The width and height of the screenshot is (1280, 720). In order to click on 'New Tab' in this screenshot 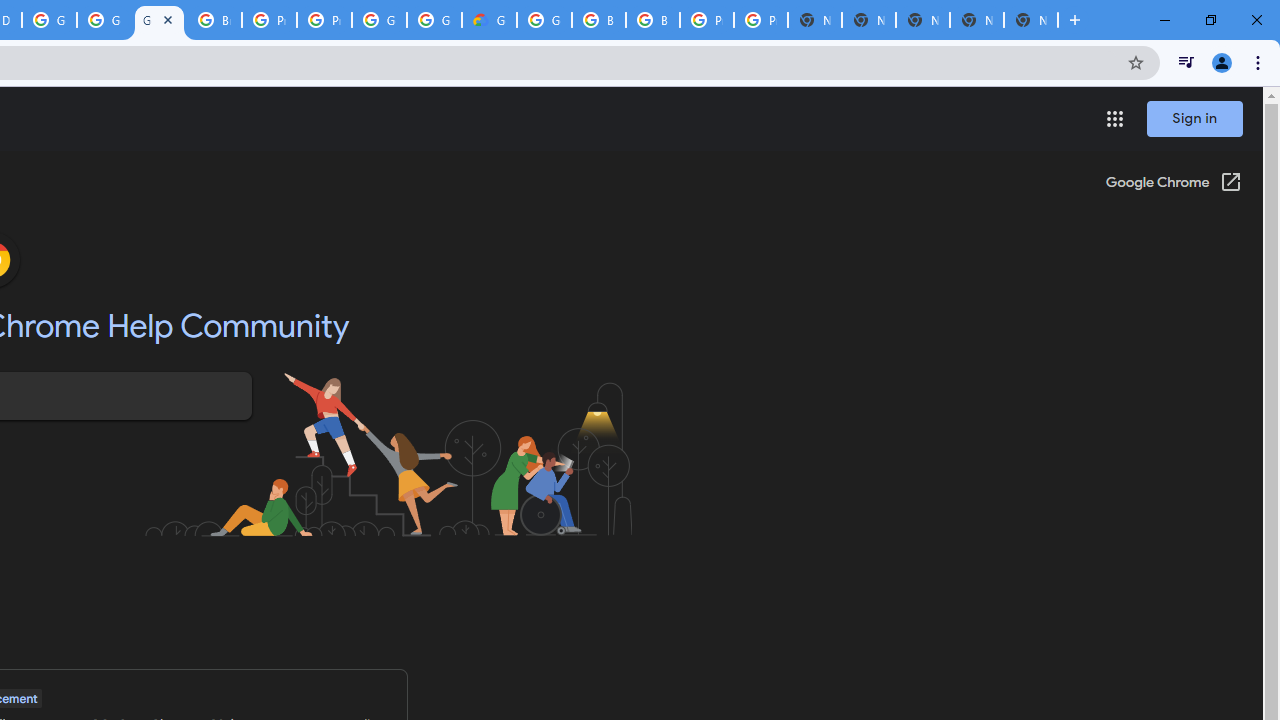, I will do `click(1031, 20)`.